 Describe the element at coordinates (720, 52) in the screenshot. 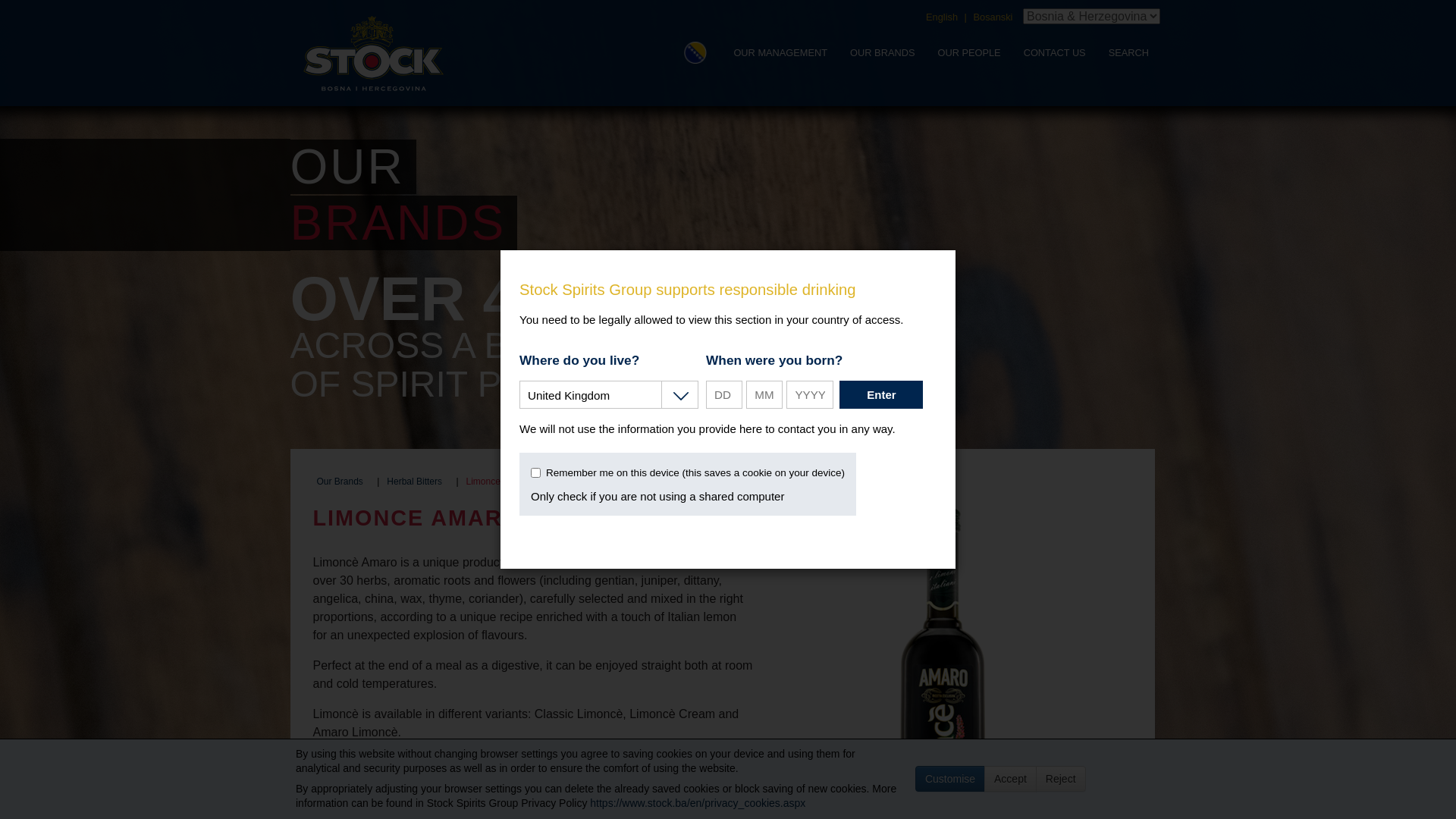

I see `'OUR MANAGEMENT'` at that location.